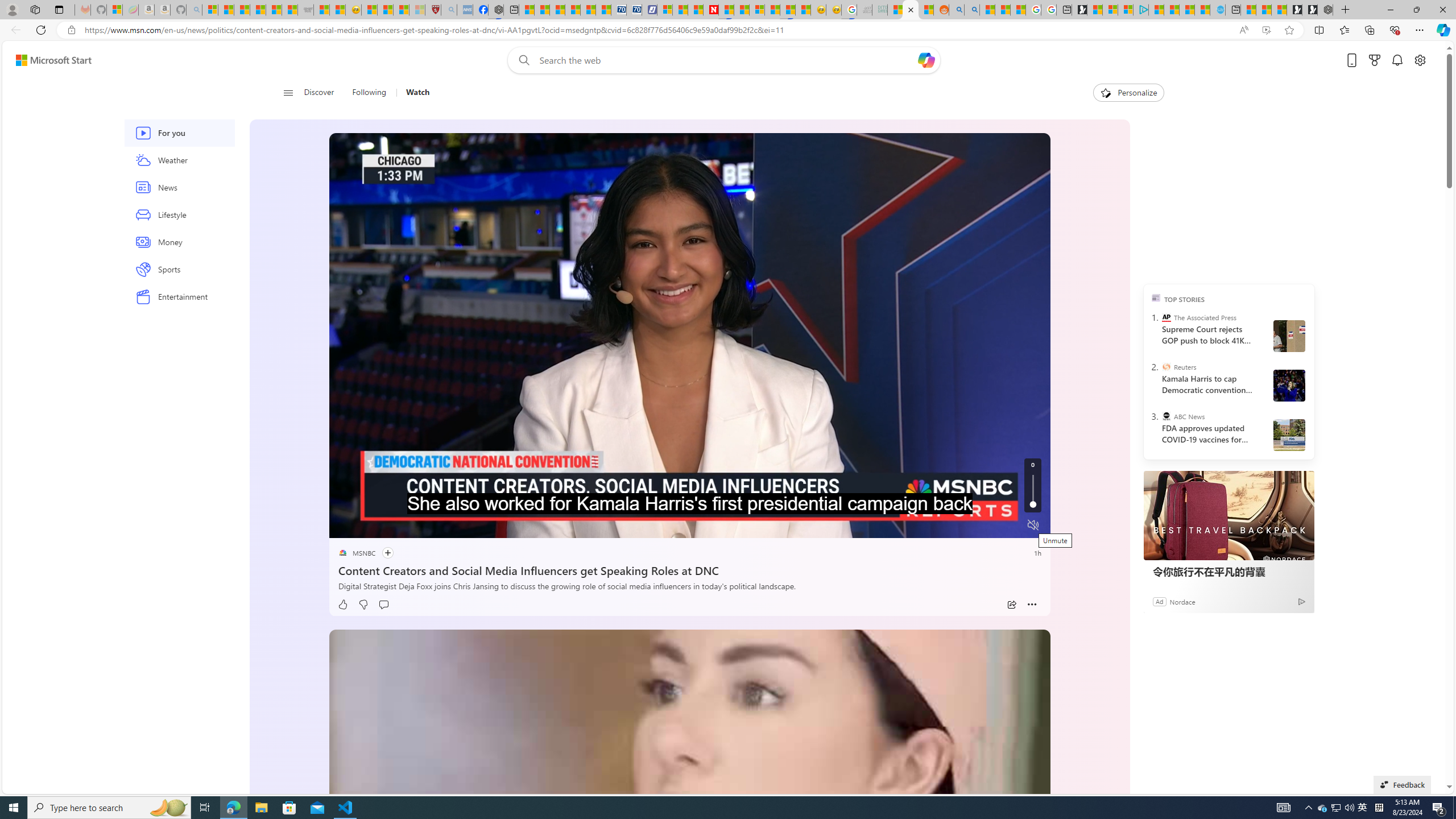 The width and height of the screenshot is (1456, 819). Describe the element at coordinates (1217, 9) in the screenshot. I see `'Home | Sky Blue Bikes - Sky Blue Bikes'` at that location.